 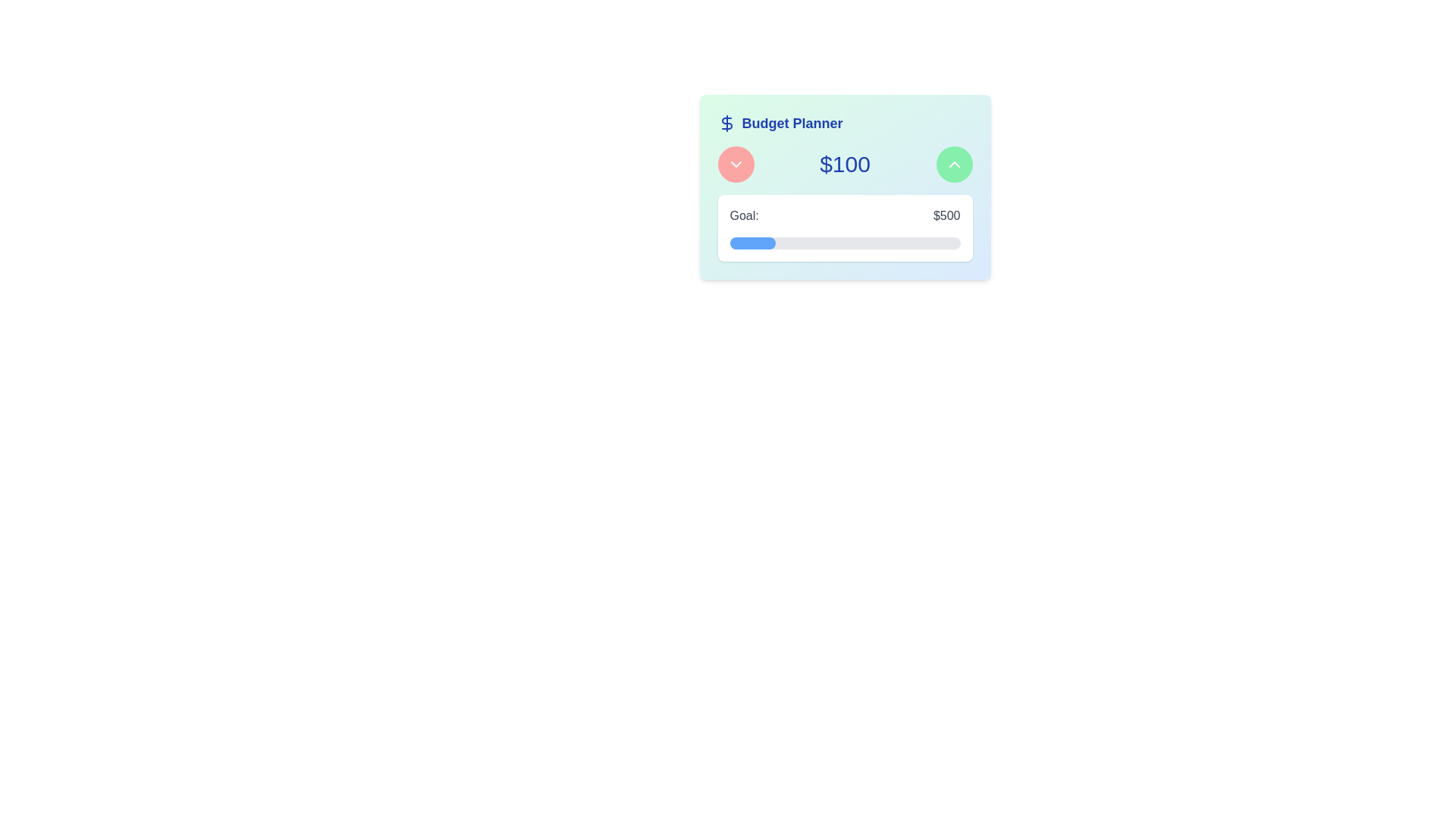 What do you see at coordinates (946, 216) in the screenshot?
I see `the static text displaying the value '$500', which is located to the right of the label 'Goal:' within a card interface` at bounding box center [946, 216].